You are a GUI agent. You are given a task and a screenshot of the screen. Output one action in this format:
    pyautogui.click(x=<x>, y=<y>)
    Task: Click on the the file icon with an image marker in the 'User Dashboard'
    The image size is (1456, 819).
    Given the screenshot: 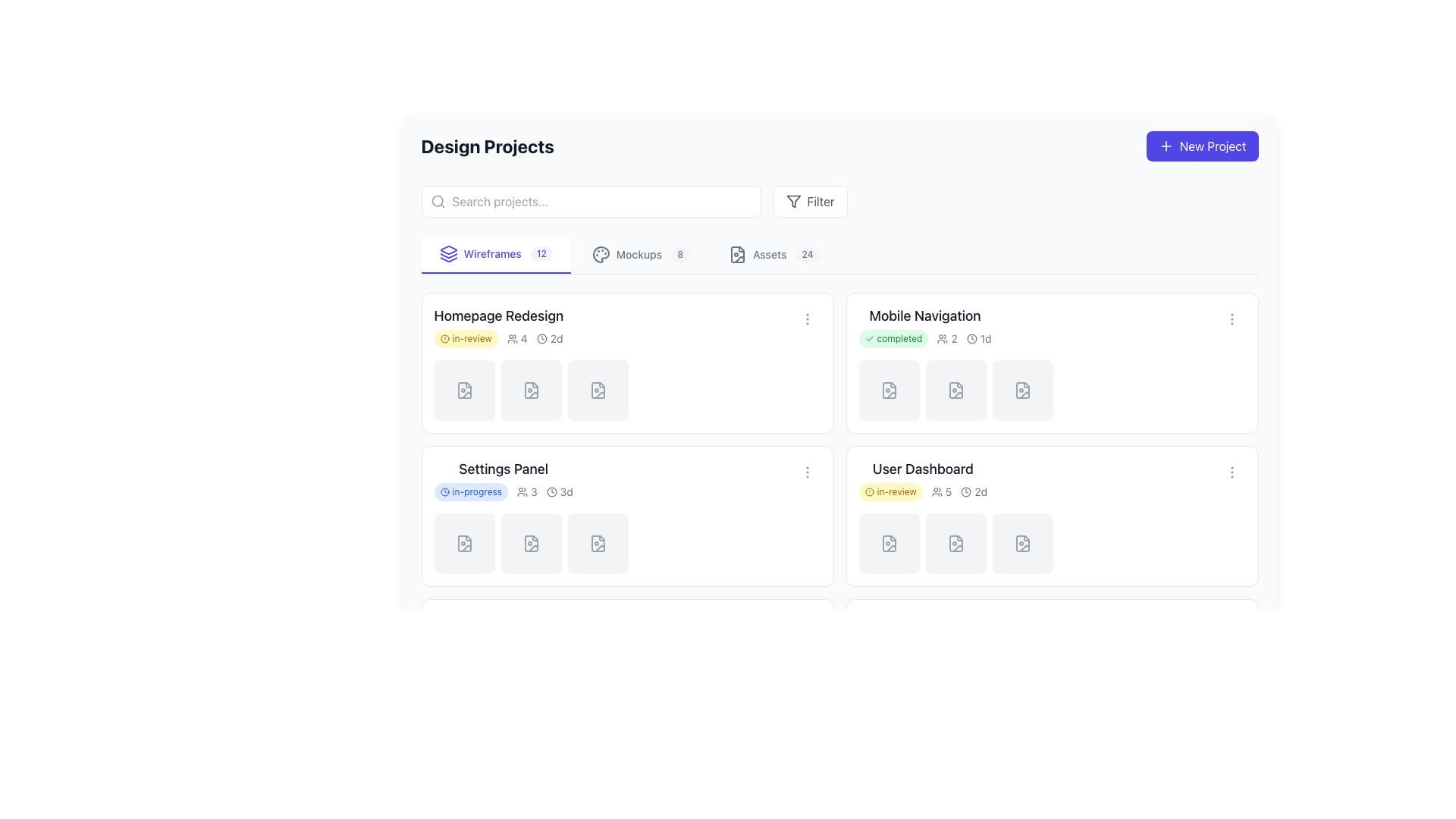 What is the action you would take?
    pyautogui.click(x=1022, y=543)
    